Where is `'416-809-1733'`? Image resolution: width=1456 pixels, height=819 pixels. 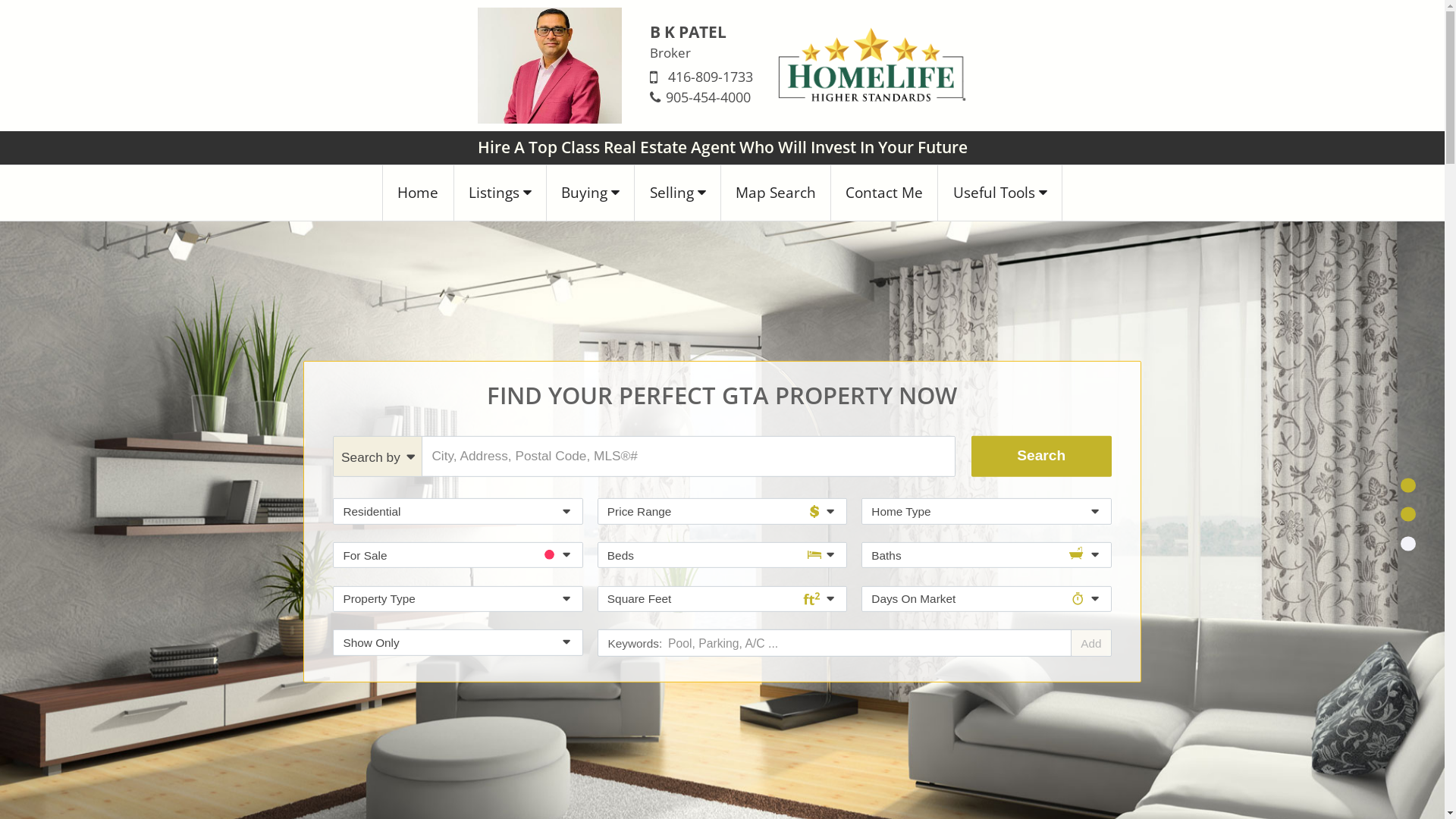
'416-809-1733' is located at coordinates (709, 76).